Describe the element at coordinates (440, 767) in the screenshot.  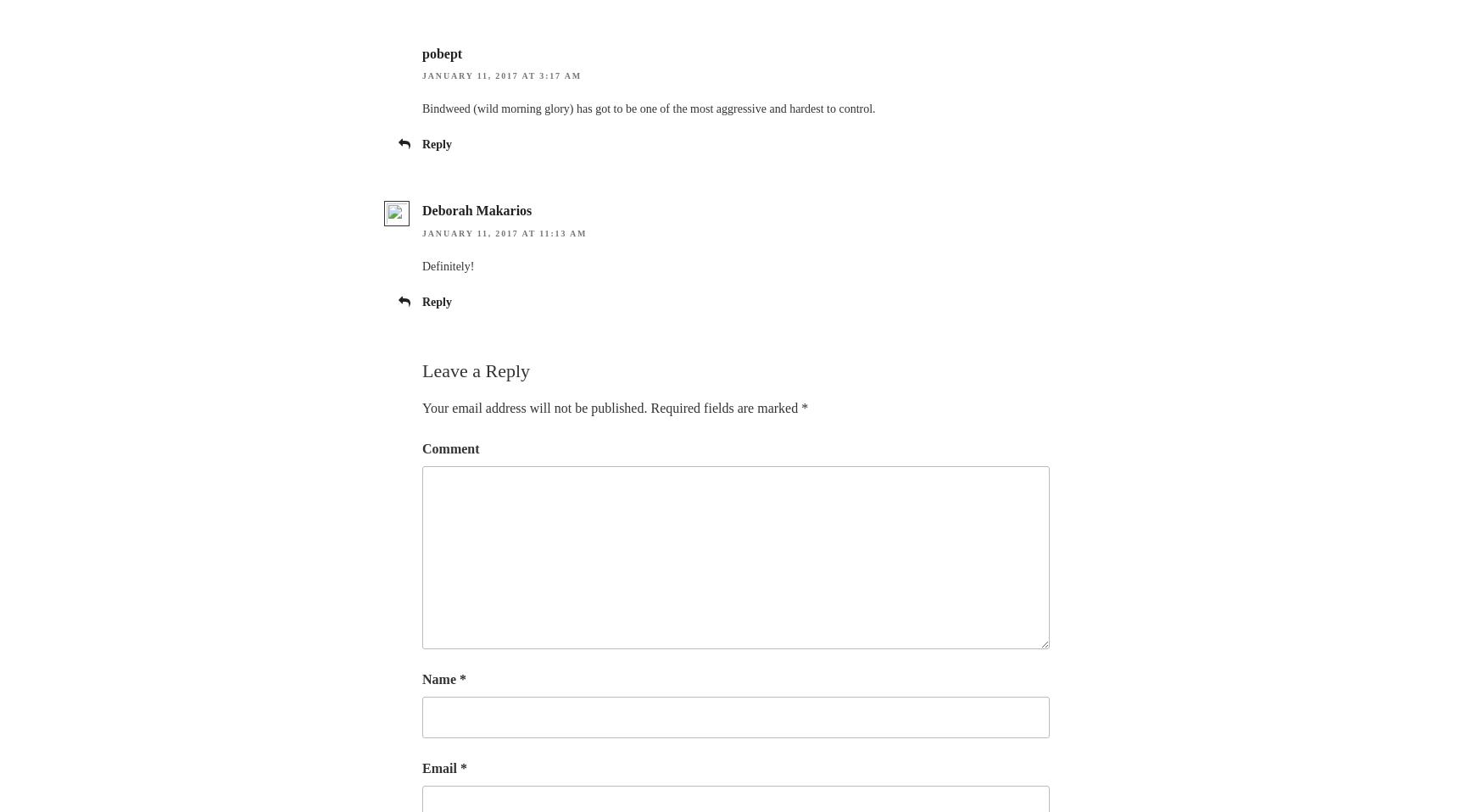
I see `'Email'` at that location.